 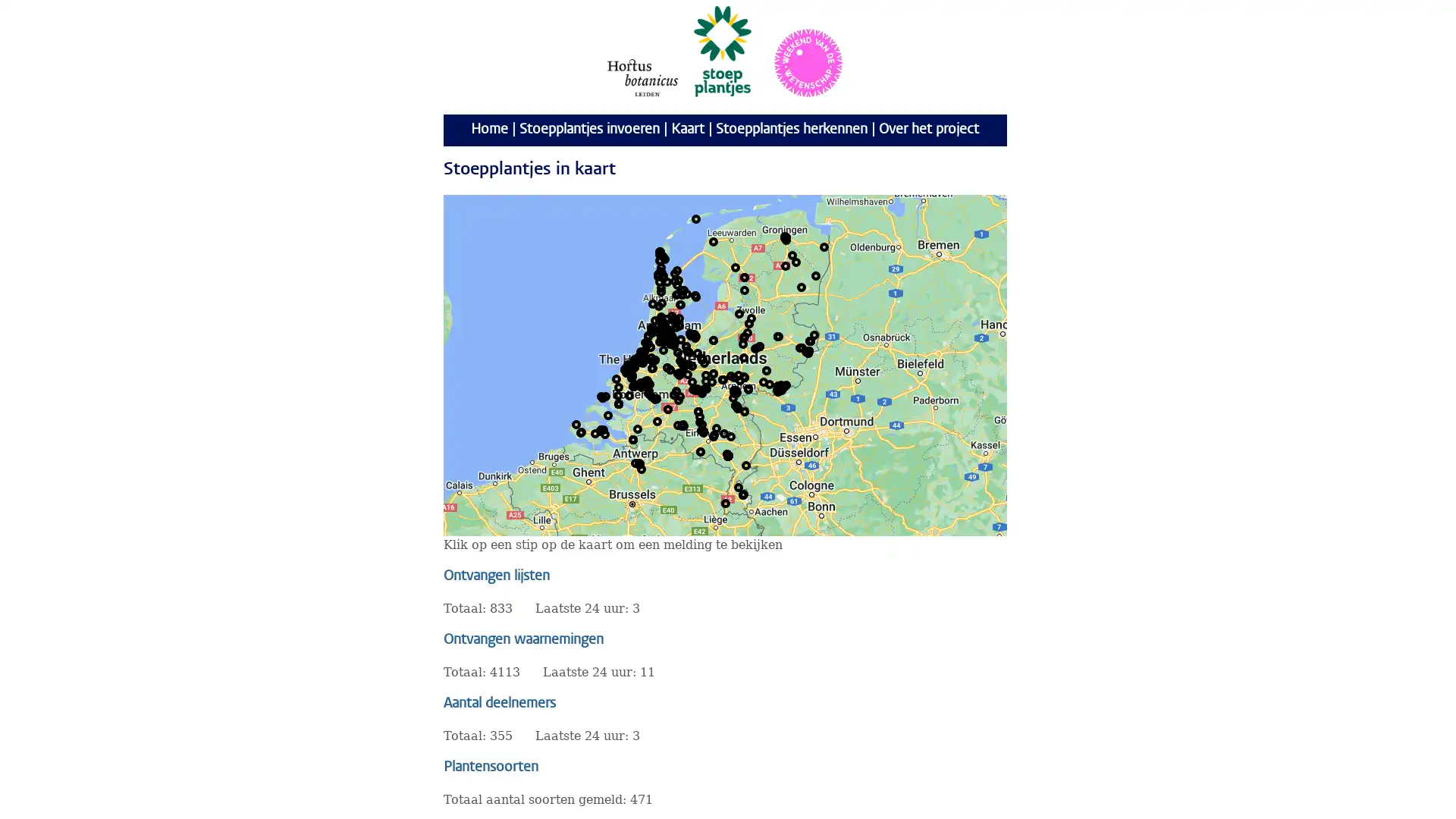 I want to click on Telling van MS op 22 mei 2022, so click(x=671, y=335).